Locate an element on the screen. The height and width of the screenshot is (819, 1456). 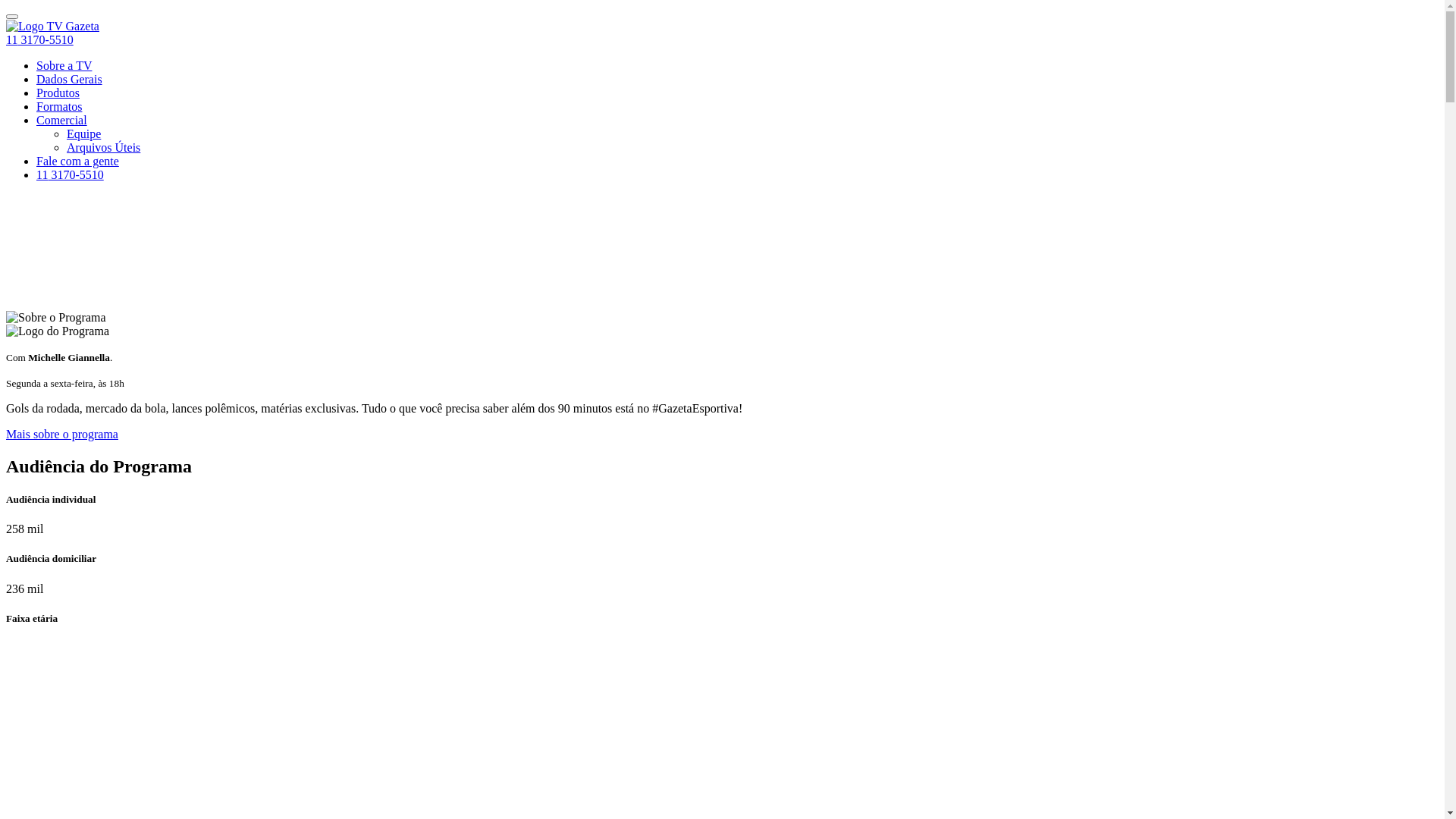
'Mais sobre o programa' is located at coordinates (61, 434).